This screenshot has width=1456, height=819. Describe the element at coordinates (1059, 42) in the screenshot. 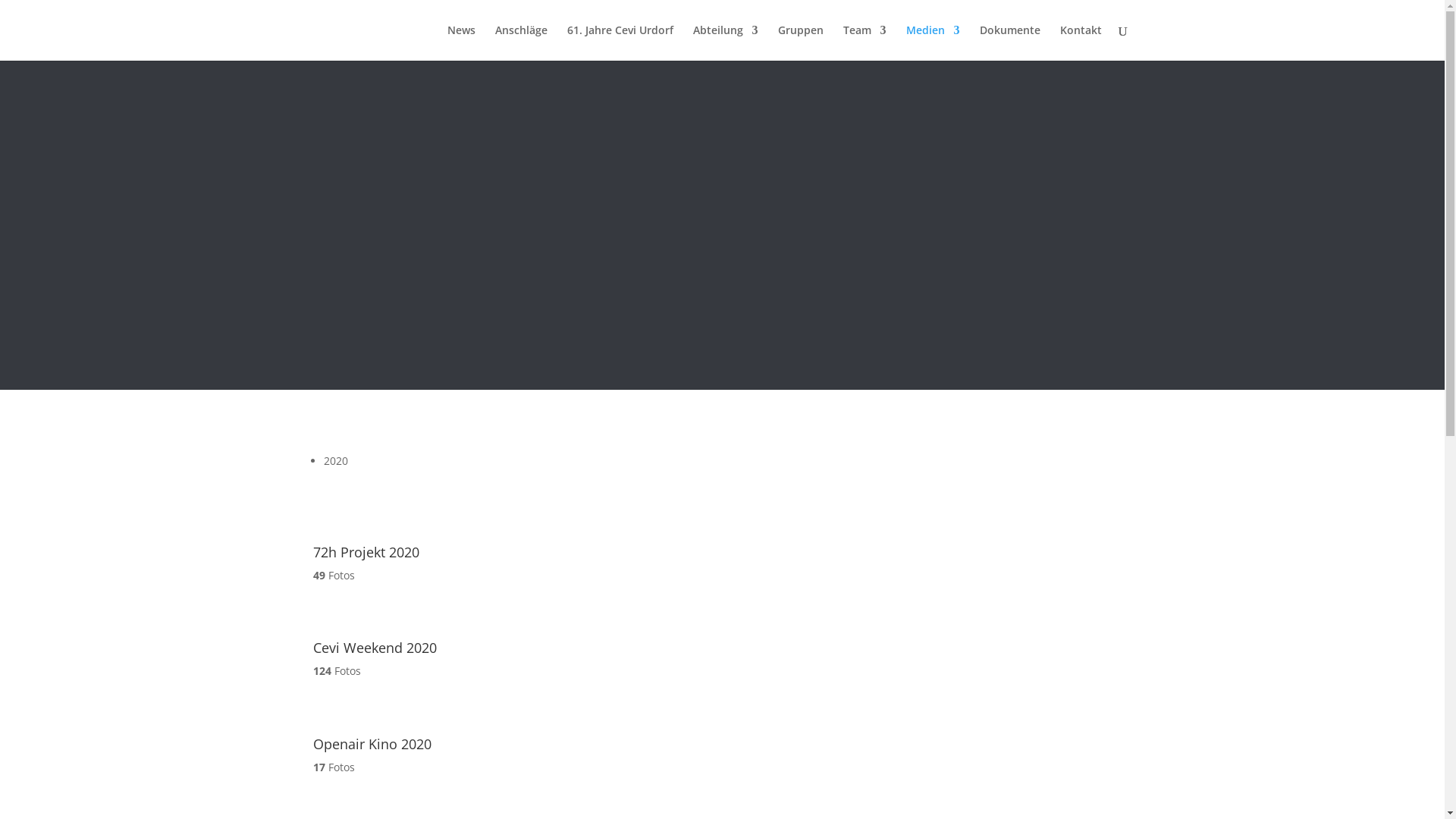

I see `'Kontakt'` at that location.